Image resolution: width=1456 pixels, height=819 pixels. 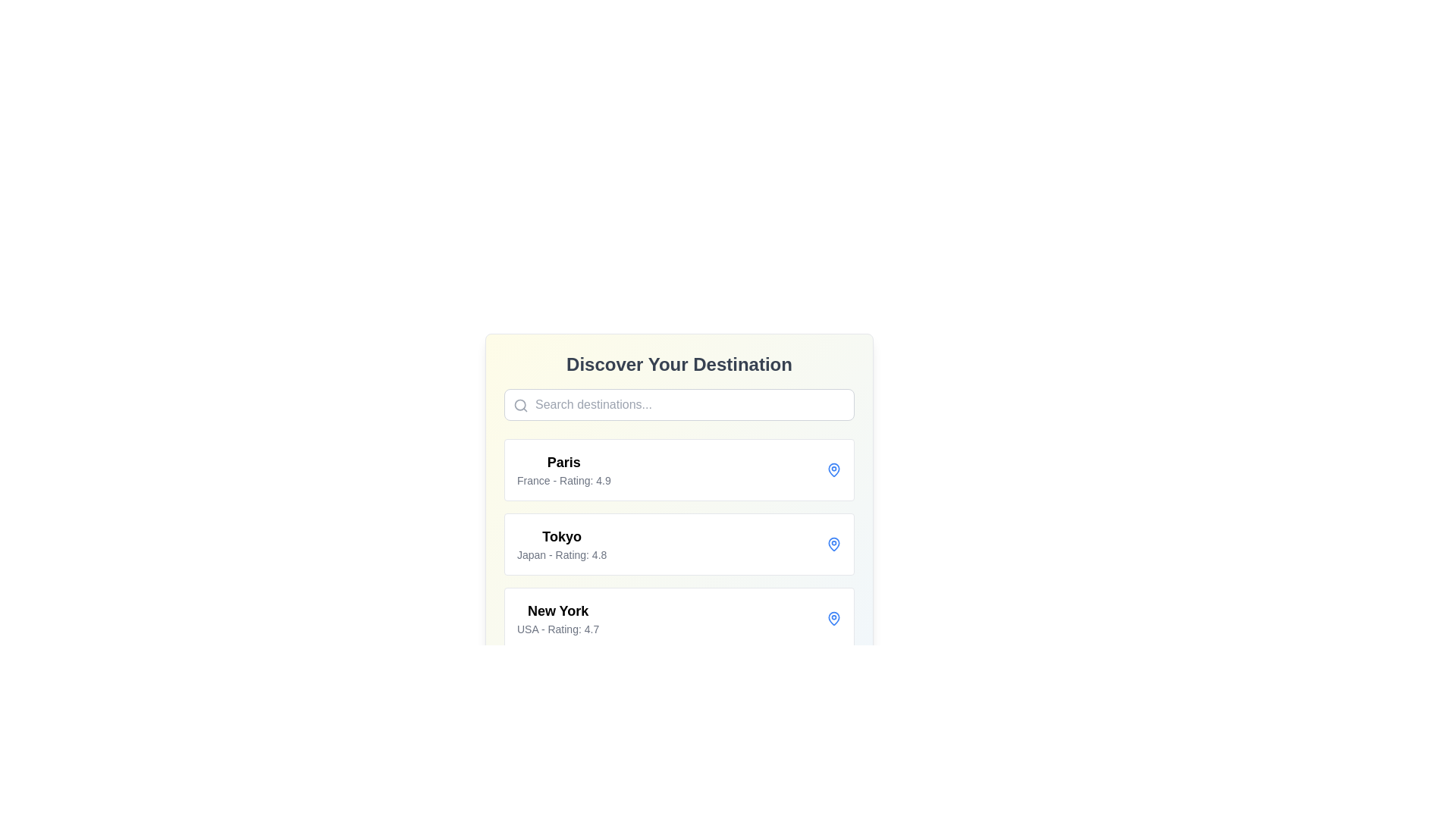 What do you see at coordinates (557, 610) in the screenshot?
I see `the main title text label located in the third box of the vertically stacked list of destinations underneath the search bar` at bounding box center [557, 610].